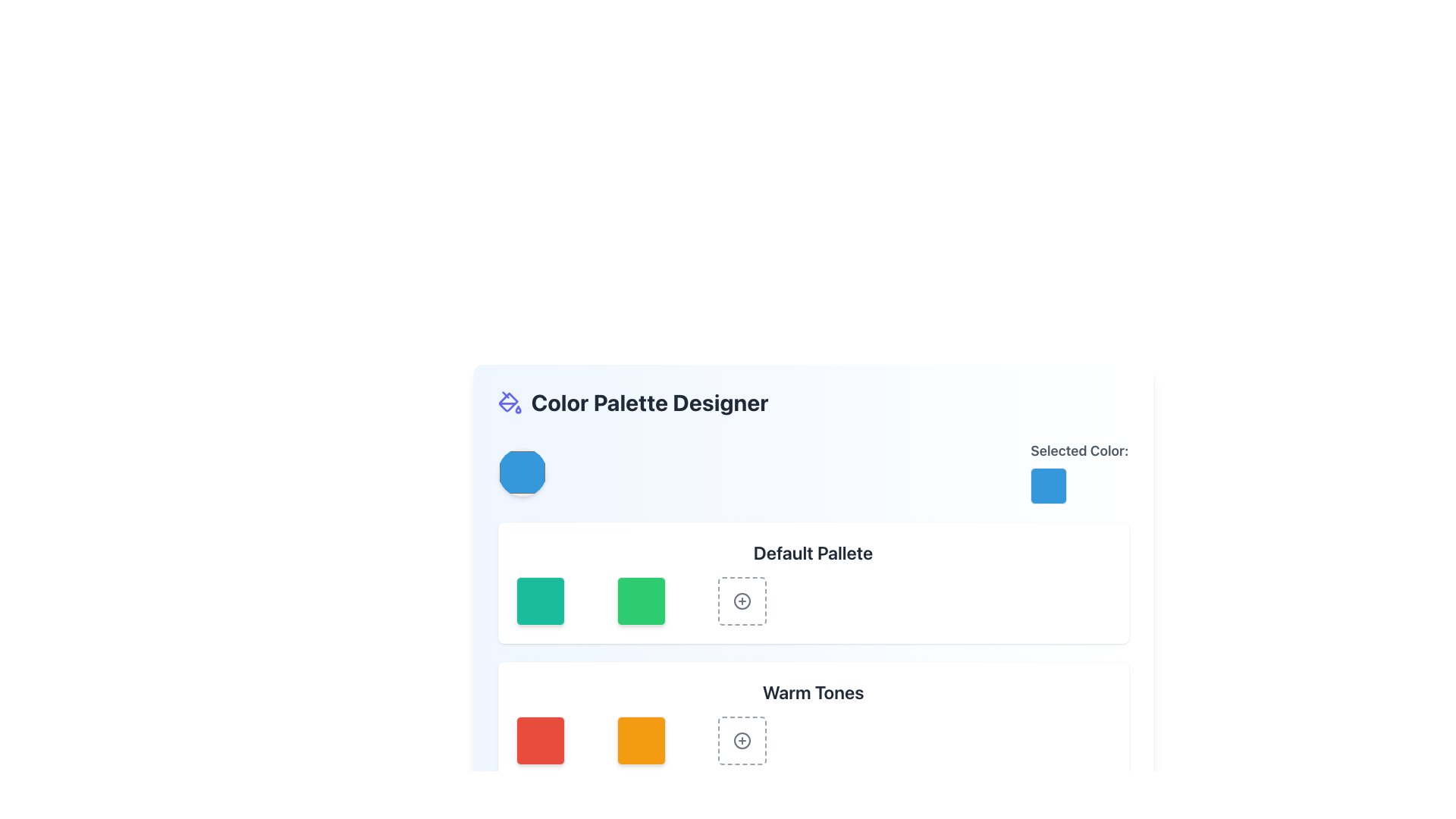 This screenshot has width=1456, height=819. What do you see at coordinates (661, 739) in the screenshot?
I see `the warm orange button with rounded corners located in the lower section of the design interface, specifically the second item in the 'Warm Tones' row` at bounding box center [661, 739].